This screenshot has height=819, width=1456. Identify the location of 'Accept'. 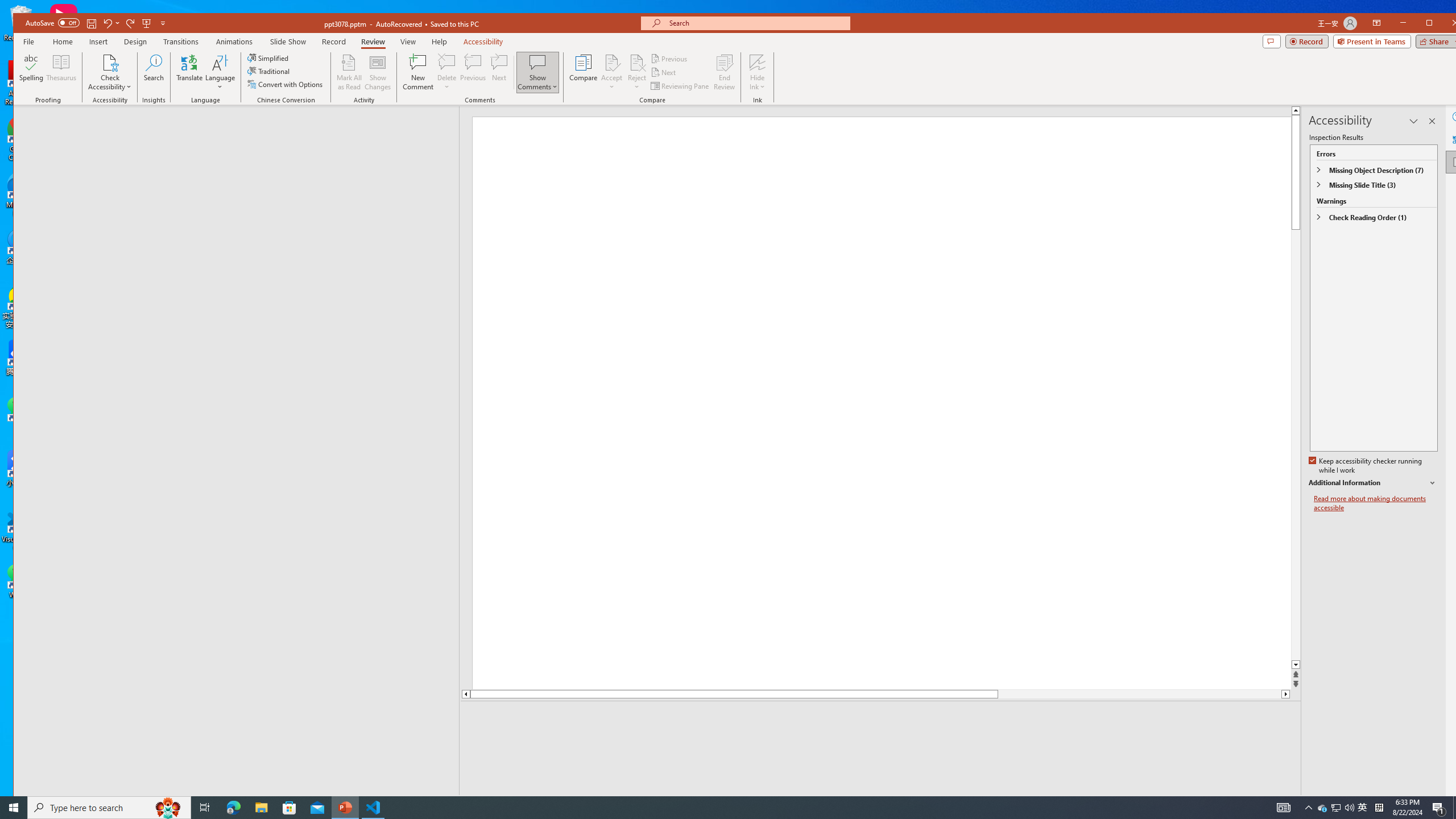
(612, 72).